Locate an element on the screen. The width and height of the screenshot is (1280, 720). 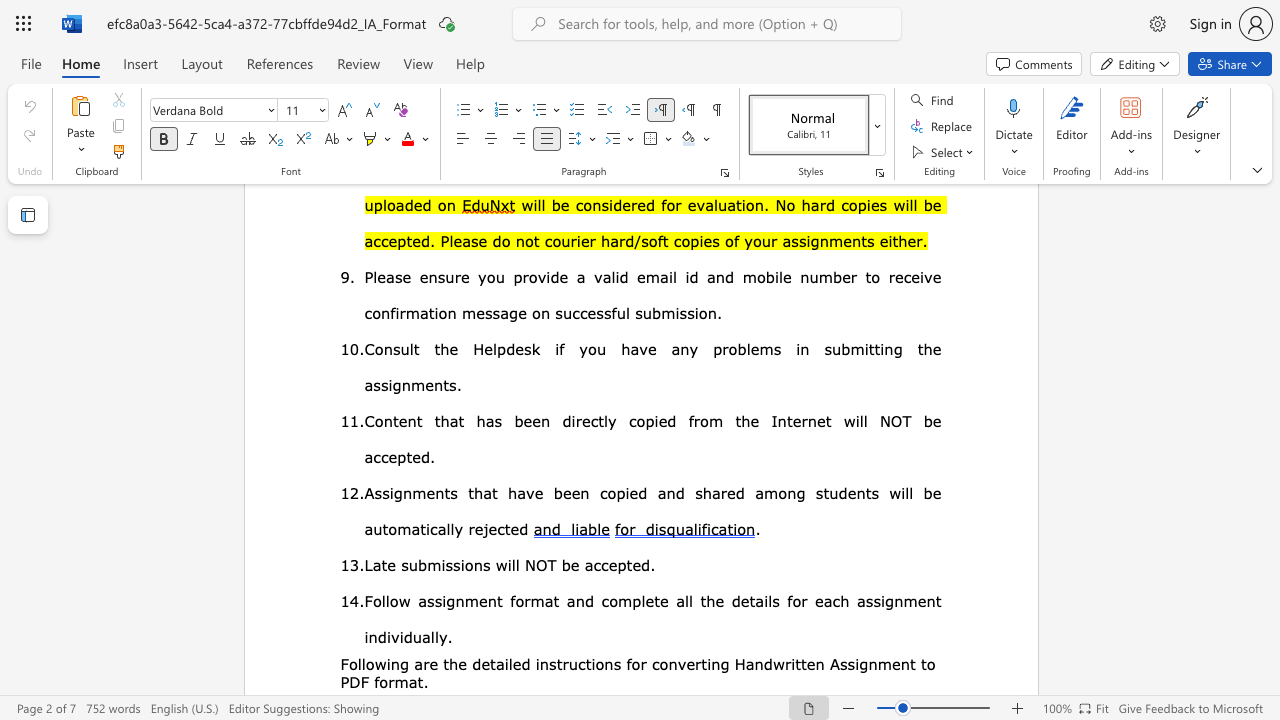
the subset text "ed." within the text "Content that has been directly copied from the Internet will NOT be accepted." is located at coordinates (411, 456).